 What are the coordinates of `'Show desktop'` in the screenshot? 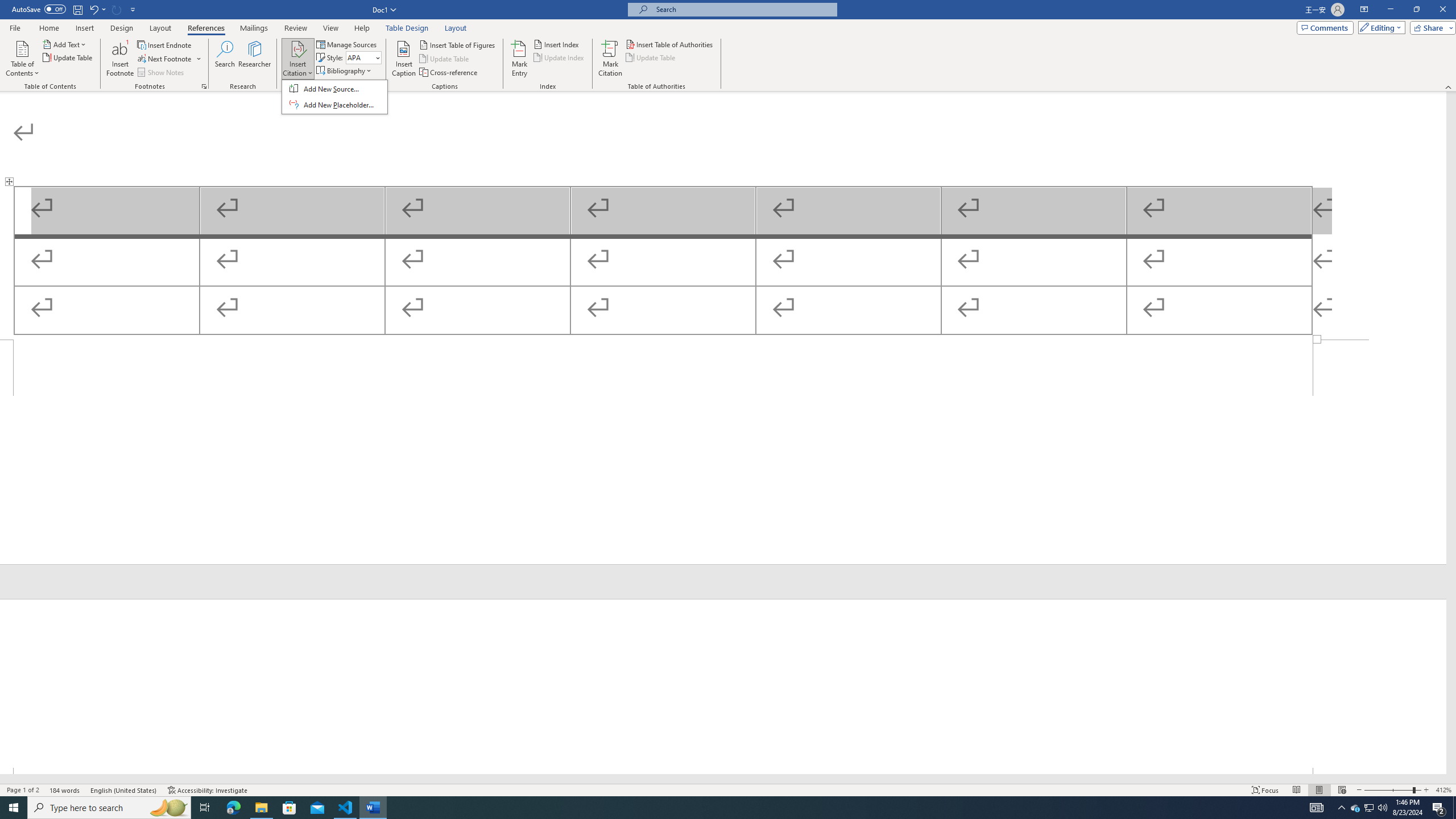 It's located at (1454, 806).